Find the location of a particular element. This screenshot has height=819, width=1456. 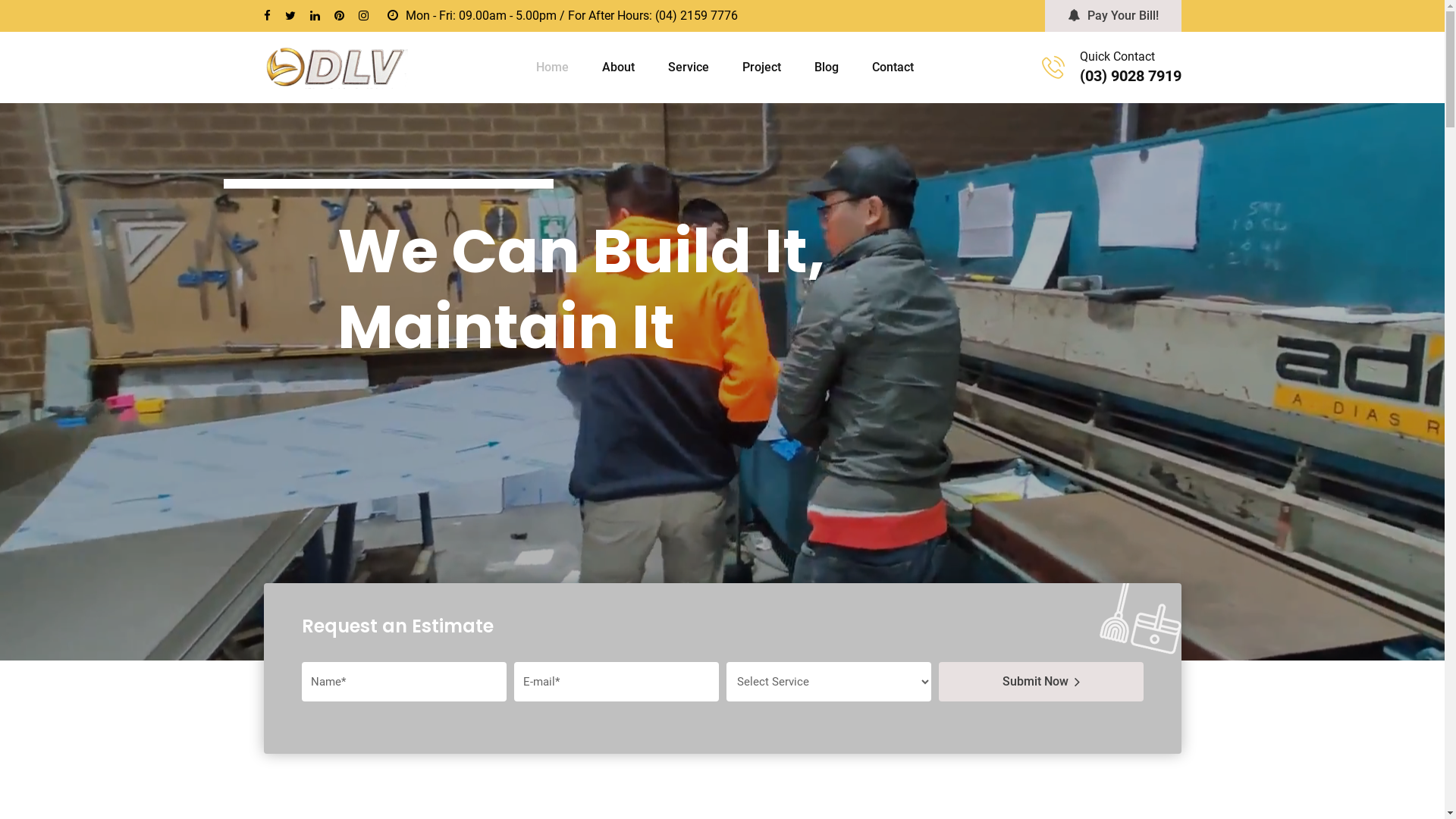

'About' is located at coordinates (618, 66).